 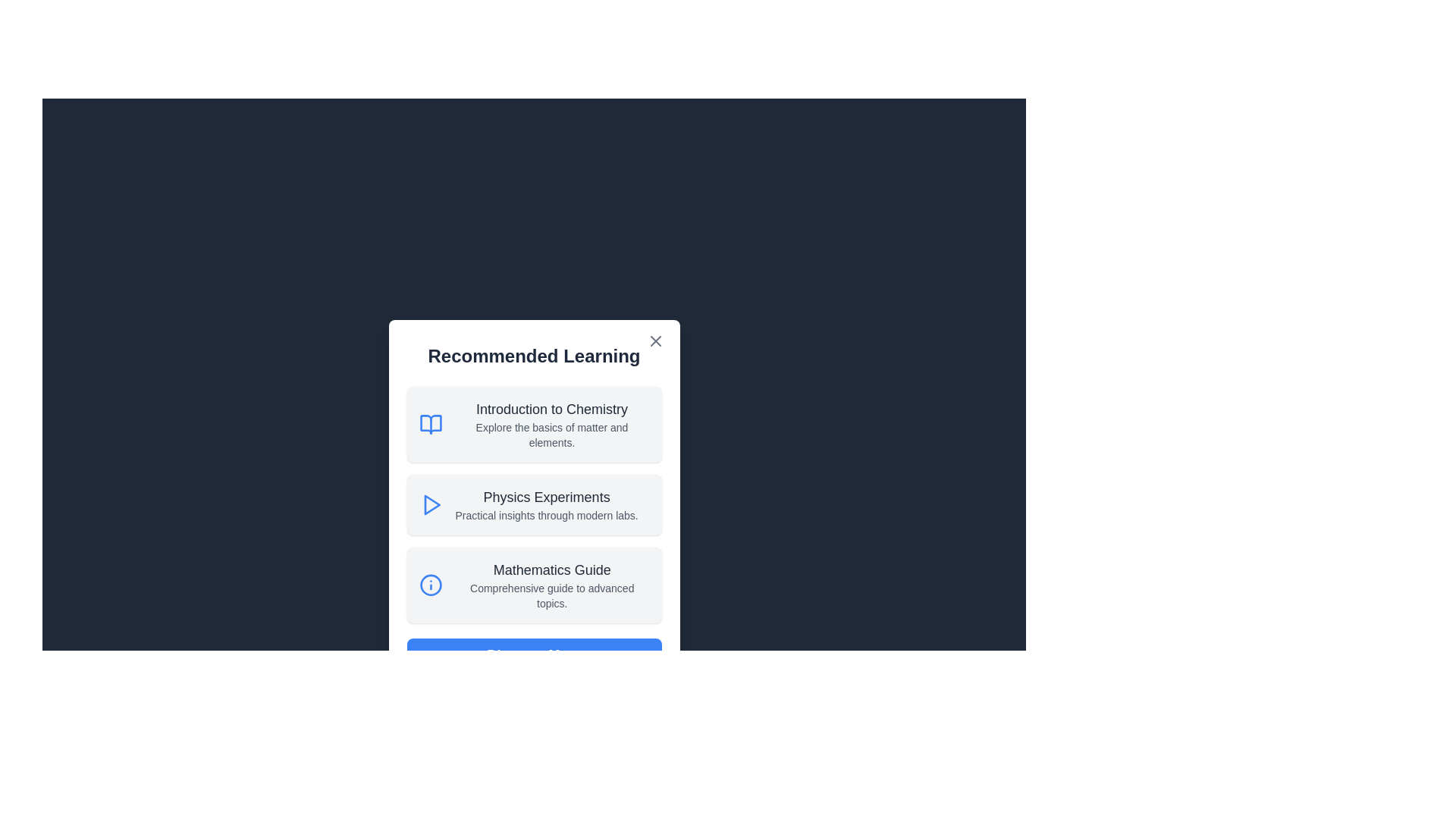 I want to click on the text block titled 'Introduction to Chemistry' which features a prominent title and a smaller description, located near the top of the 'Recommended Learning' section, so click(x=551, y=424).